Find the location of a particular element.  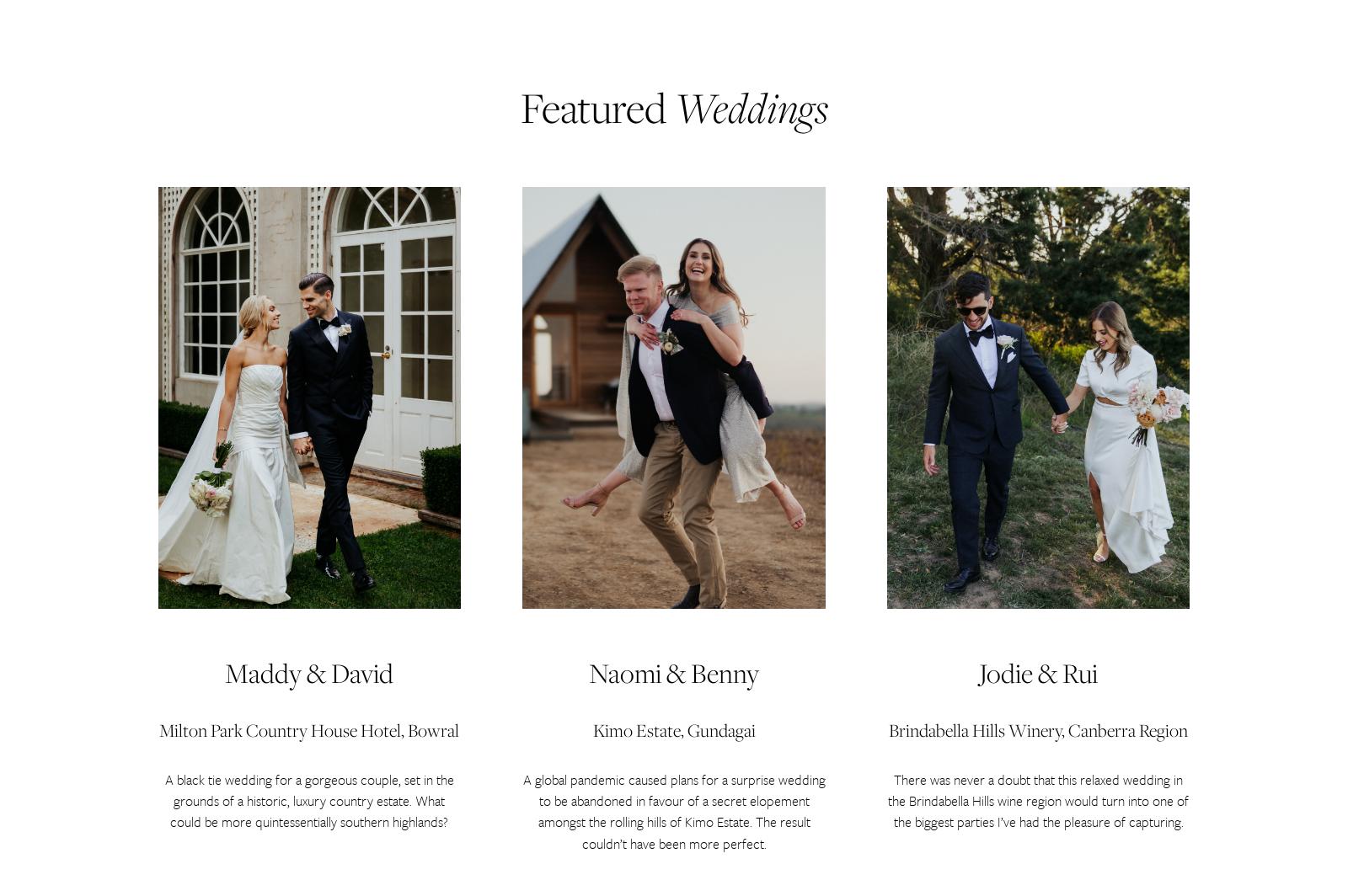

'Milton Park Country House Hotel, Bowral' is located at coordinates (309, 730).